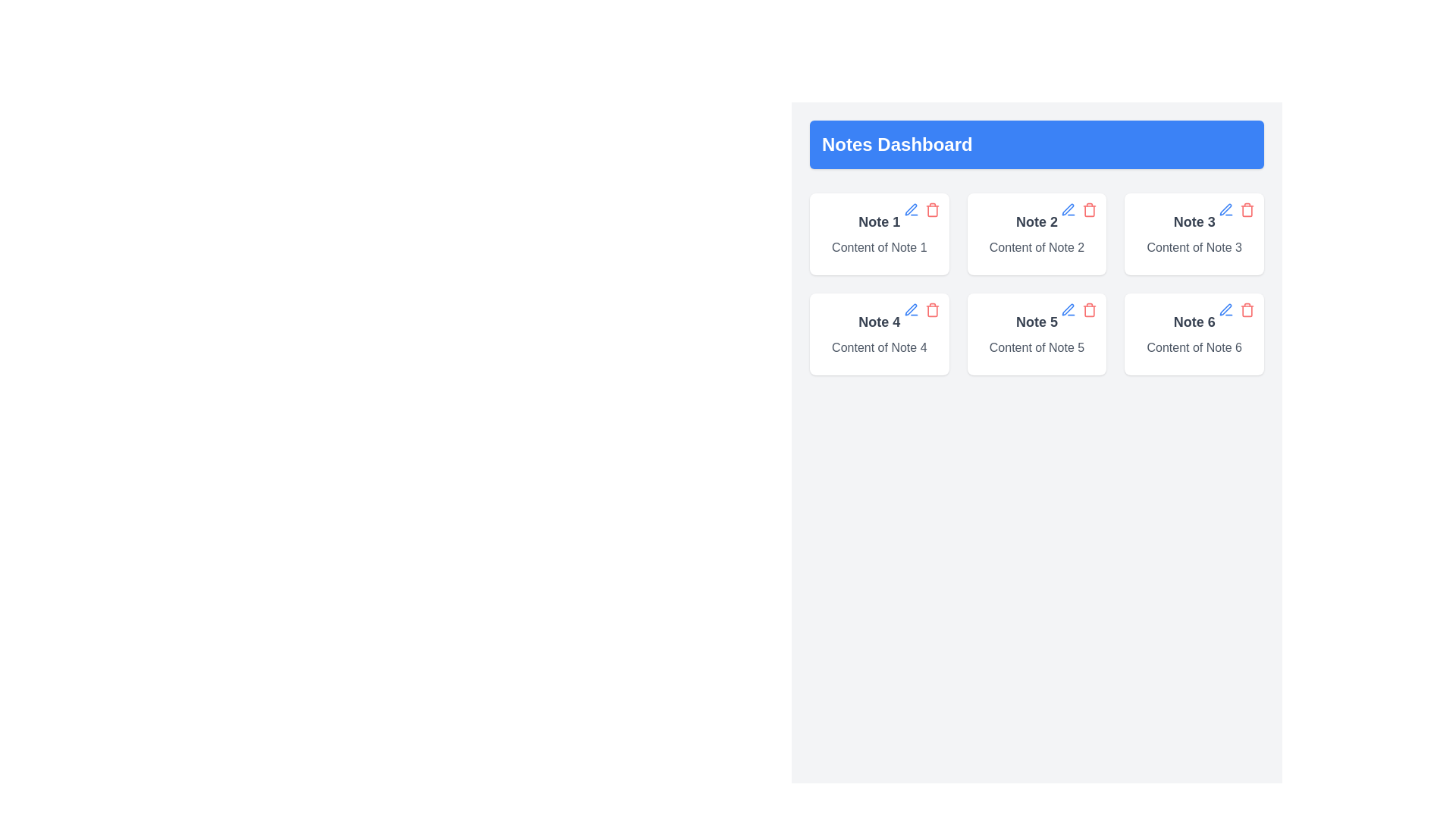  Describe the element at coordinates (1078, 309) in the screenshot. I see `the interactive icons grouped together, which includes a blue pencil icon for editing and a red trash bin icon for deleting, located at the top-right corner inside the 'Note 5' card` at that location.